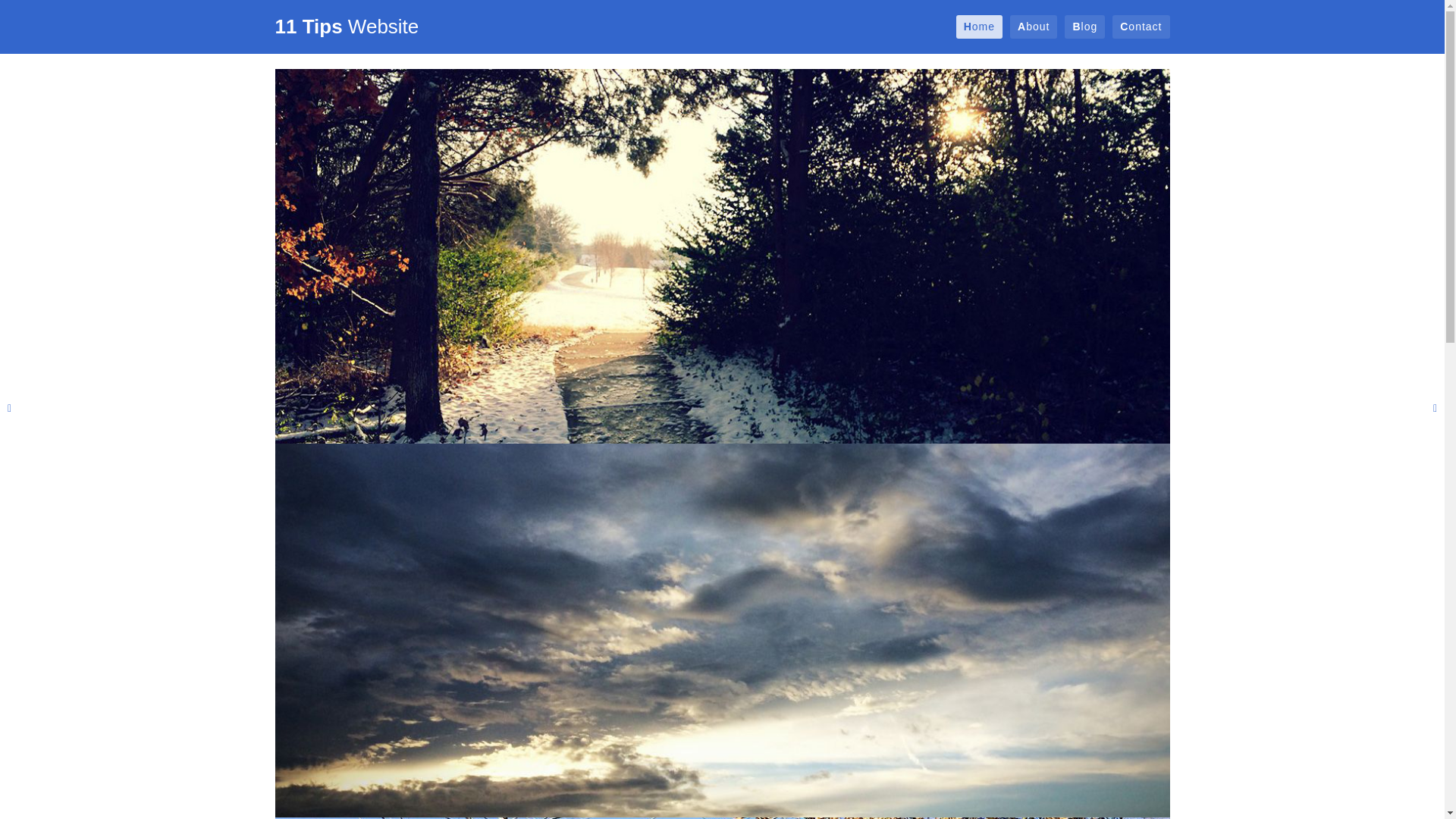  Describe the element at coordinates (345, 26) in the screenshot. I see `'11 Tips Website'` at that location.